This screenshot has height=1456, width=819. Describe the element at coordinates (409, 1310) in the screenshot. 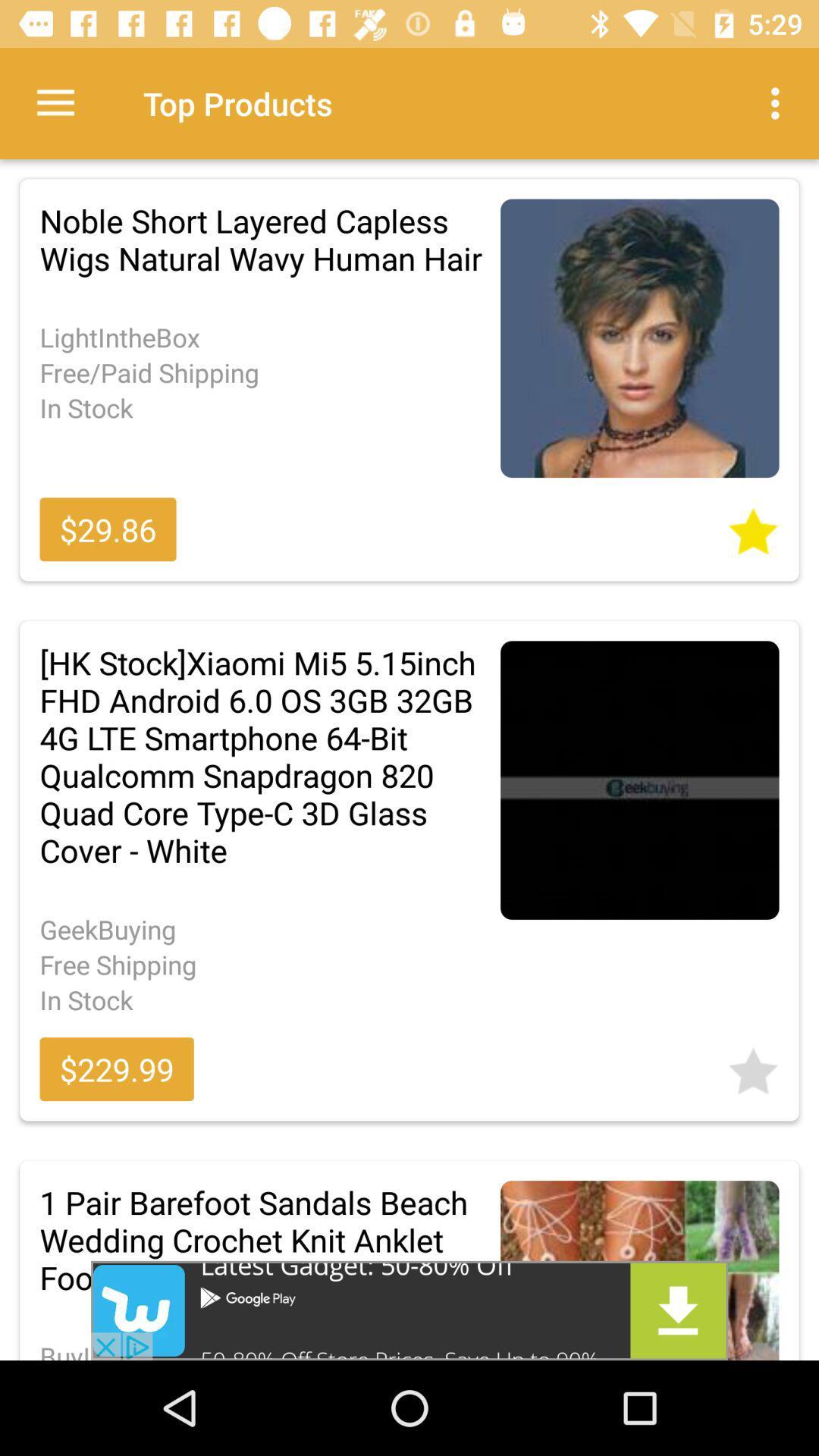

I see `download option` at that location.